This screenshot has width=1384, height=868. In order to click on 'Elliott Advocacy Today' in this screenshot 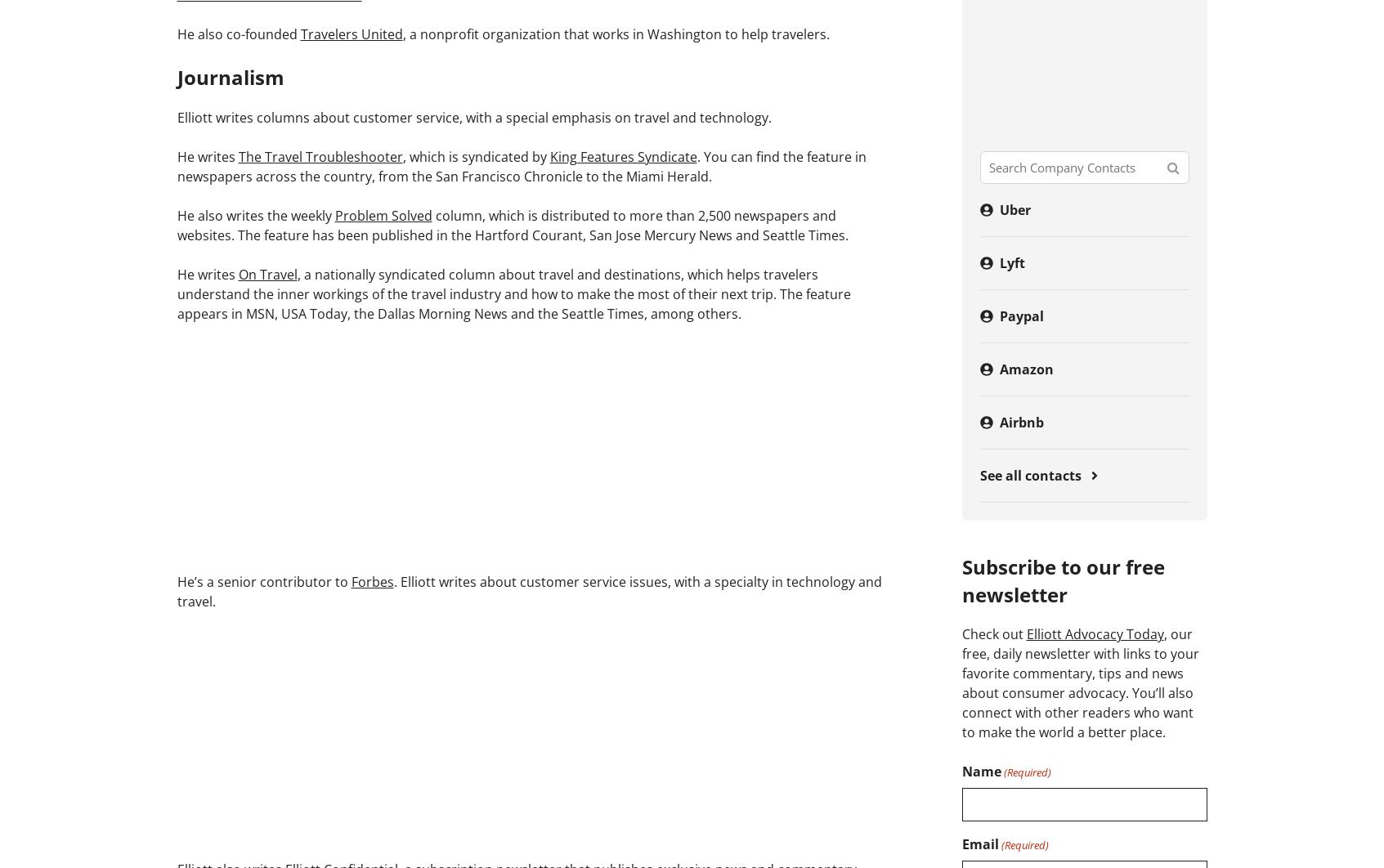, I will do `click(1093, 634)`.